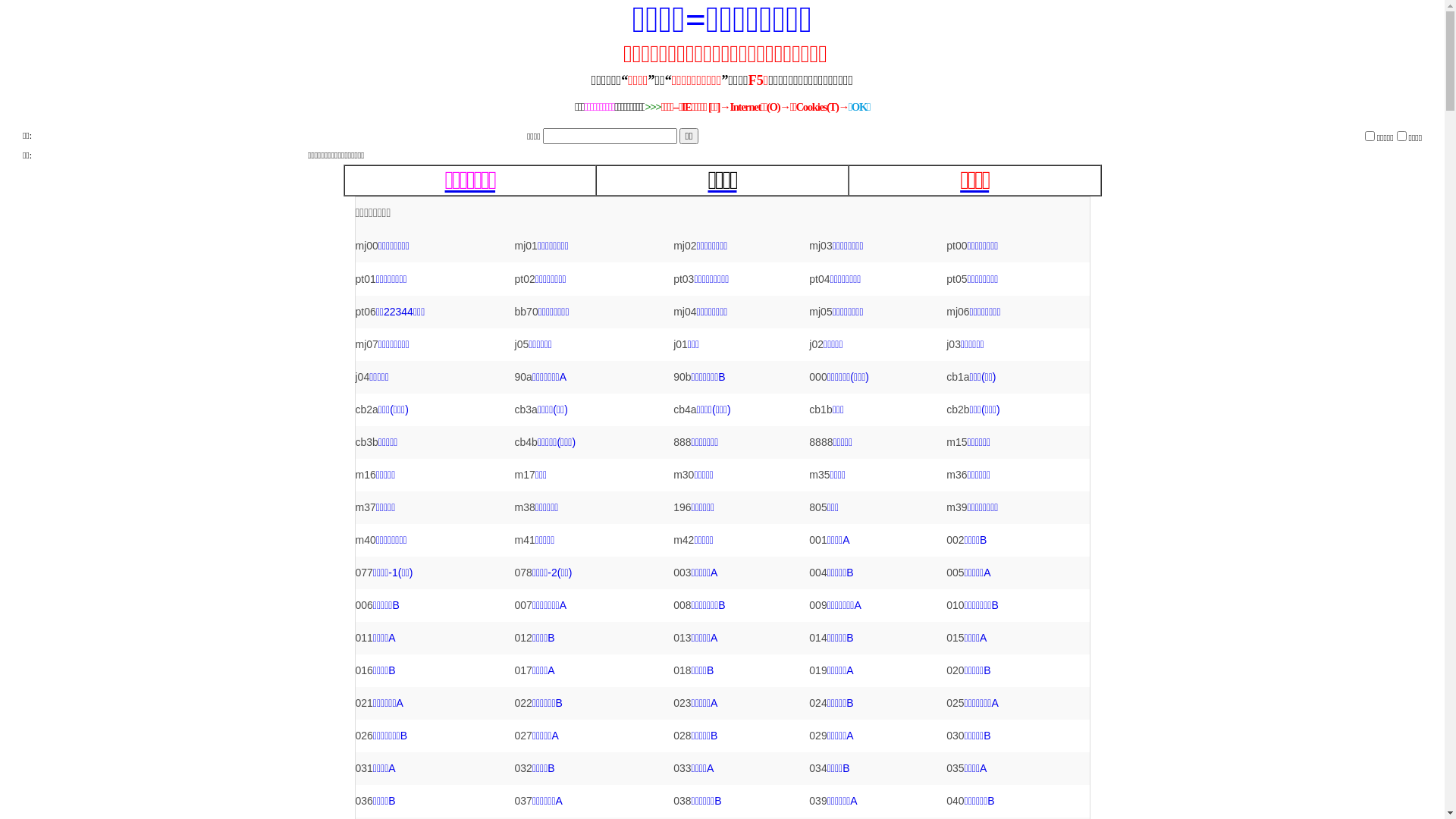 The width and height of the screenshot is (1456, 819). What do you see at coordinates (819, 311) in the screenshot?
I see `'mj05'` at bounding box center [819, 311].